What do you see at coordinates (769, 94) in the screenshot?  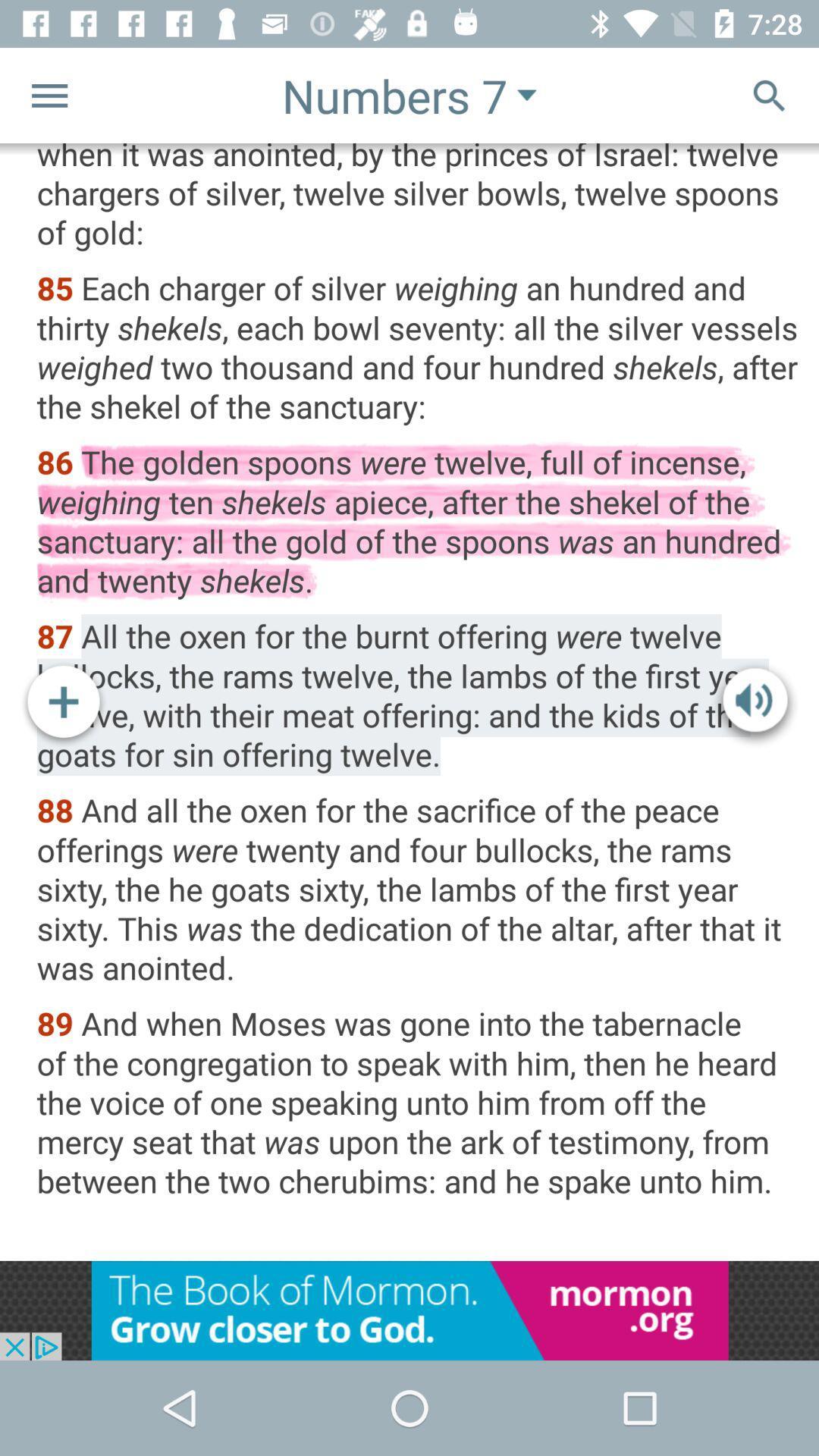 I see `the search icon` at bounding box center [769, 94].